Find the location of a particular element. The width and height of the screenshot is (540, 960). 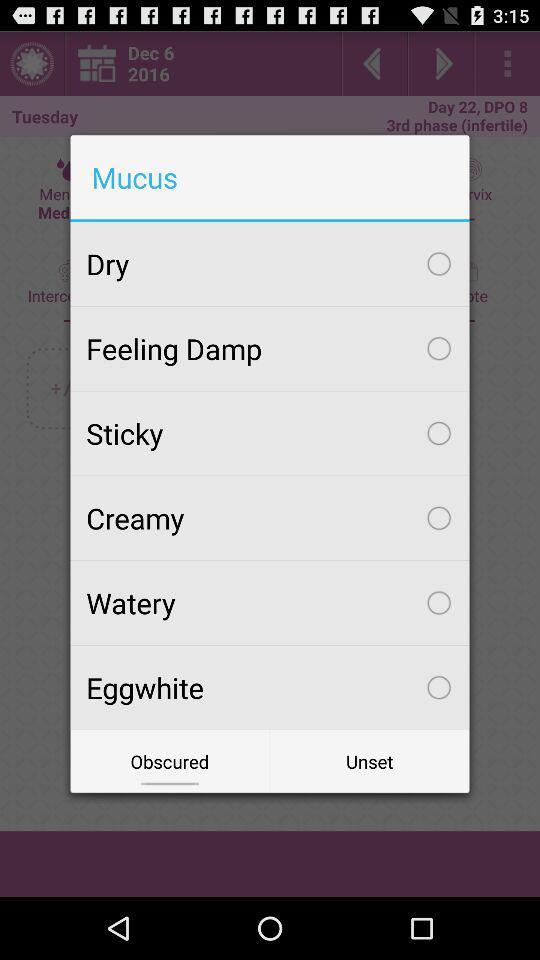

the item below the eggwhite item is located at coordinates (170, 760).